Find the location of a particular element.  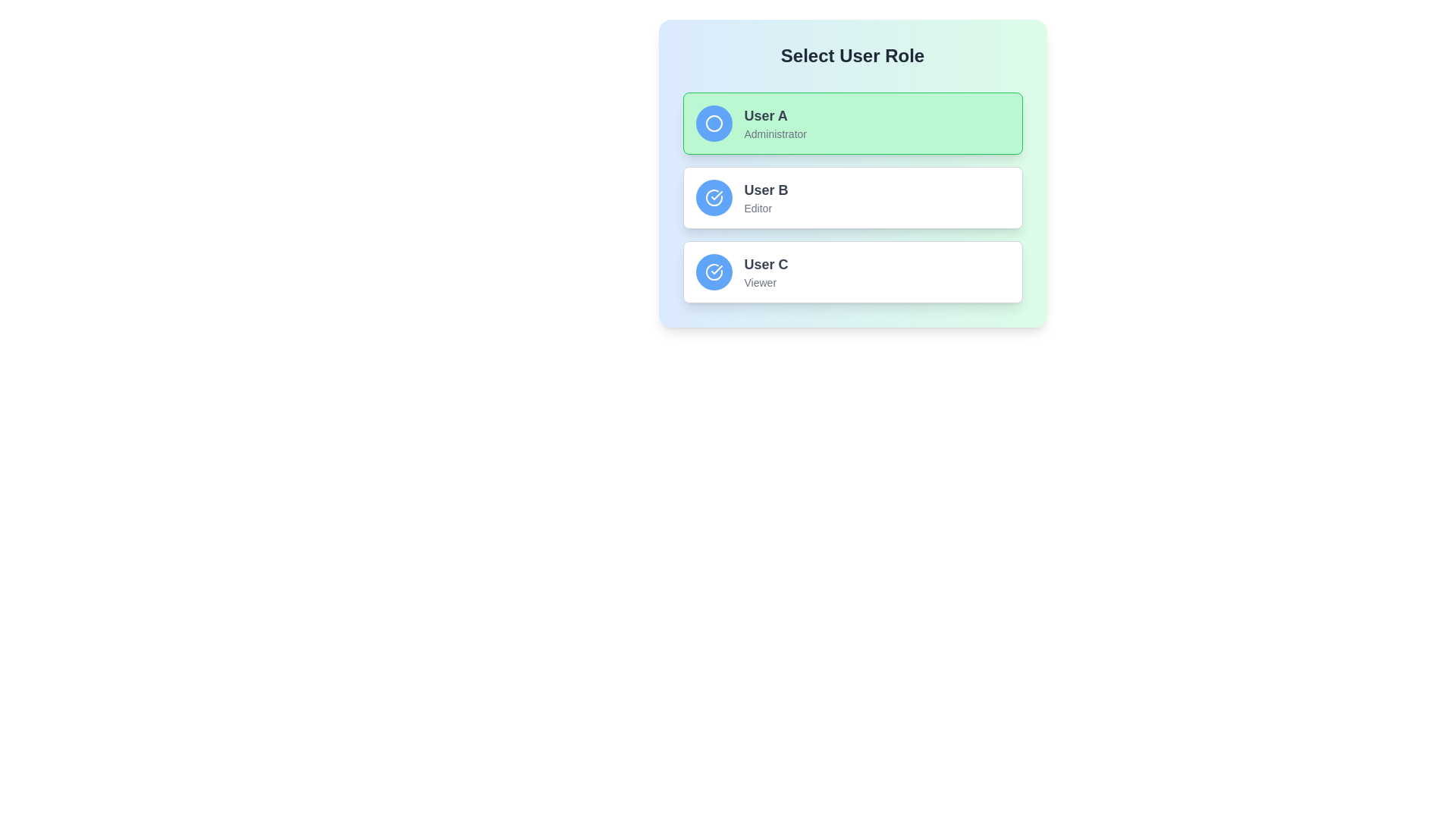

the visual indicator icon representing the 'User C' option for the 'Viewer' role, located within the circular icon of the third user card under the 'Select User Role' header is located at coordinates (716, 195).